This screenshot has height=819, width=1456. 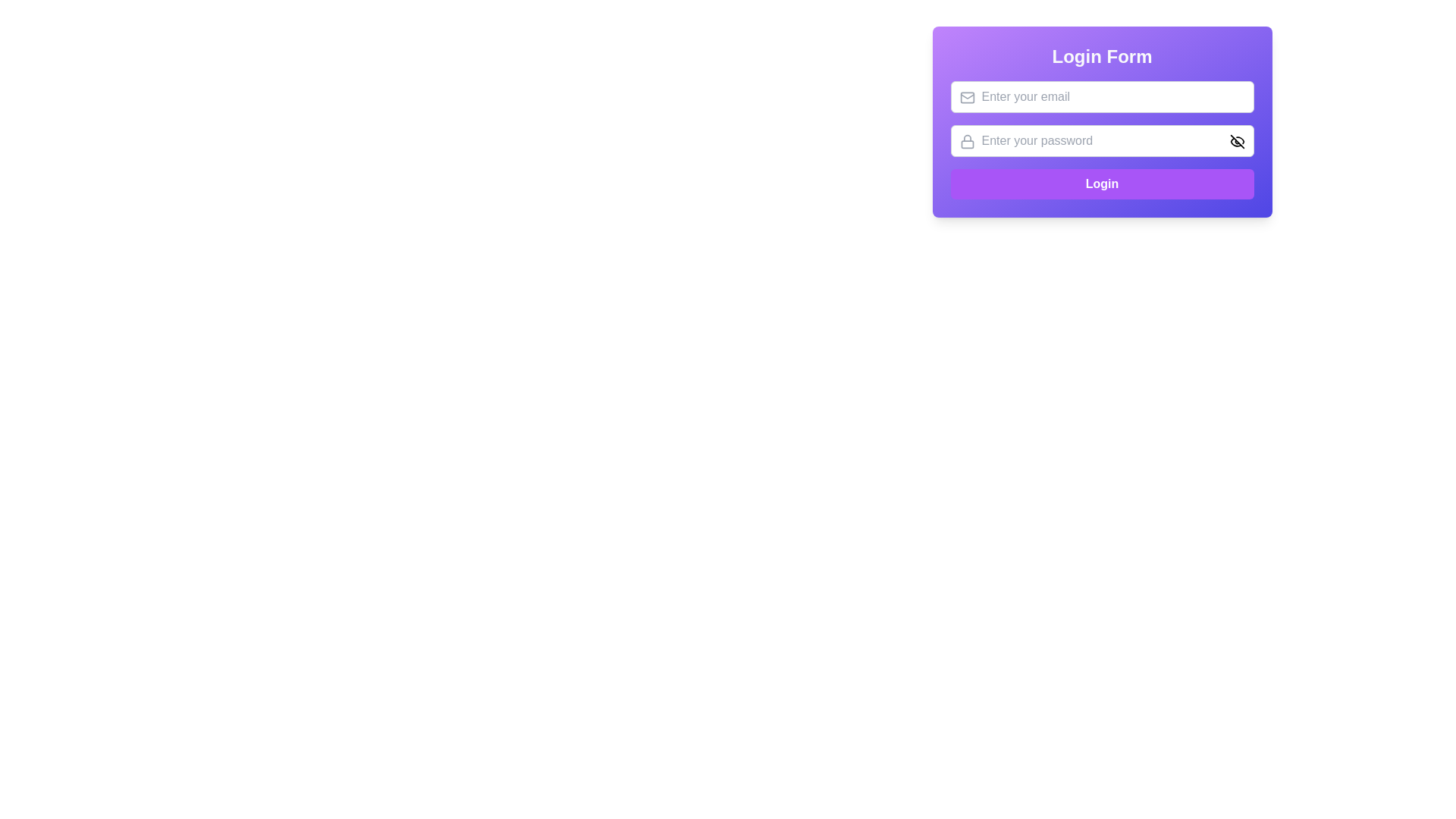 I want to click on the 'Login' button in the 'Login Form', so click(x=1102, y=140).